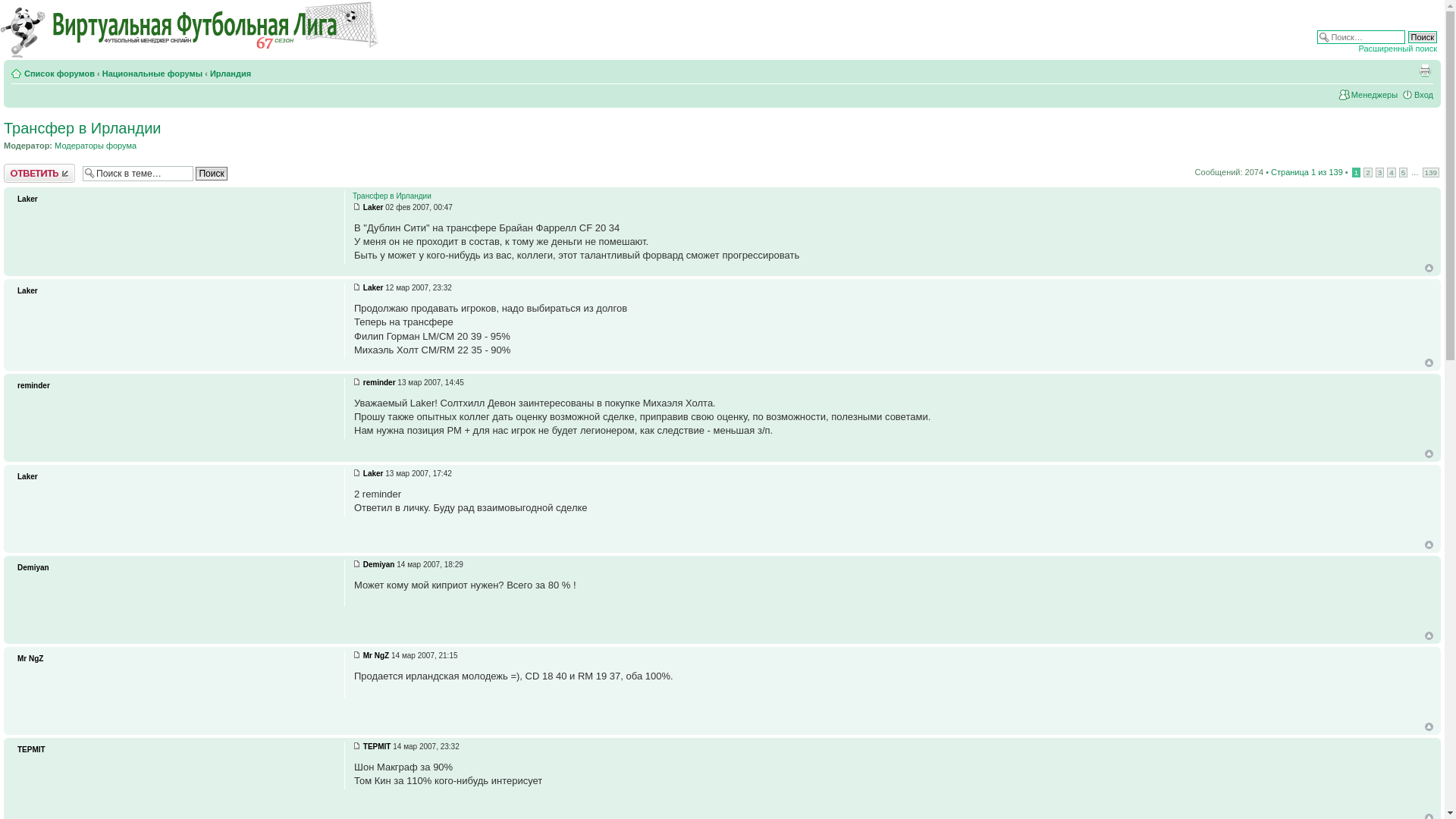 The image size is (1456, 819). Describe the element at coordinates (1403, 171) in the screenshot. I see `'5'` at that location.